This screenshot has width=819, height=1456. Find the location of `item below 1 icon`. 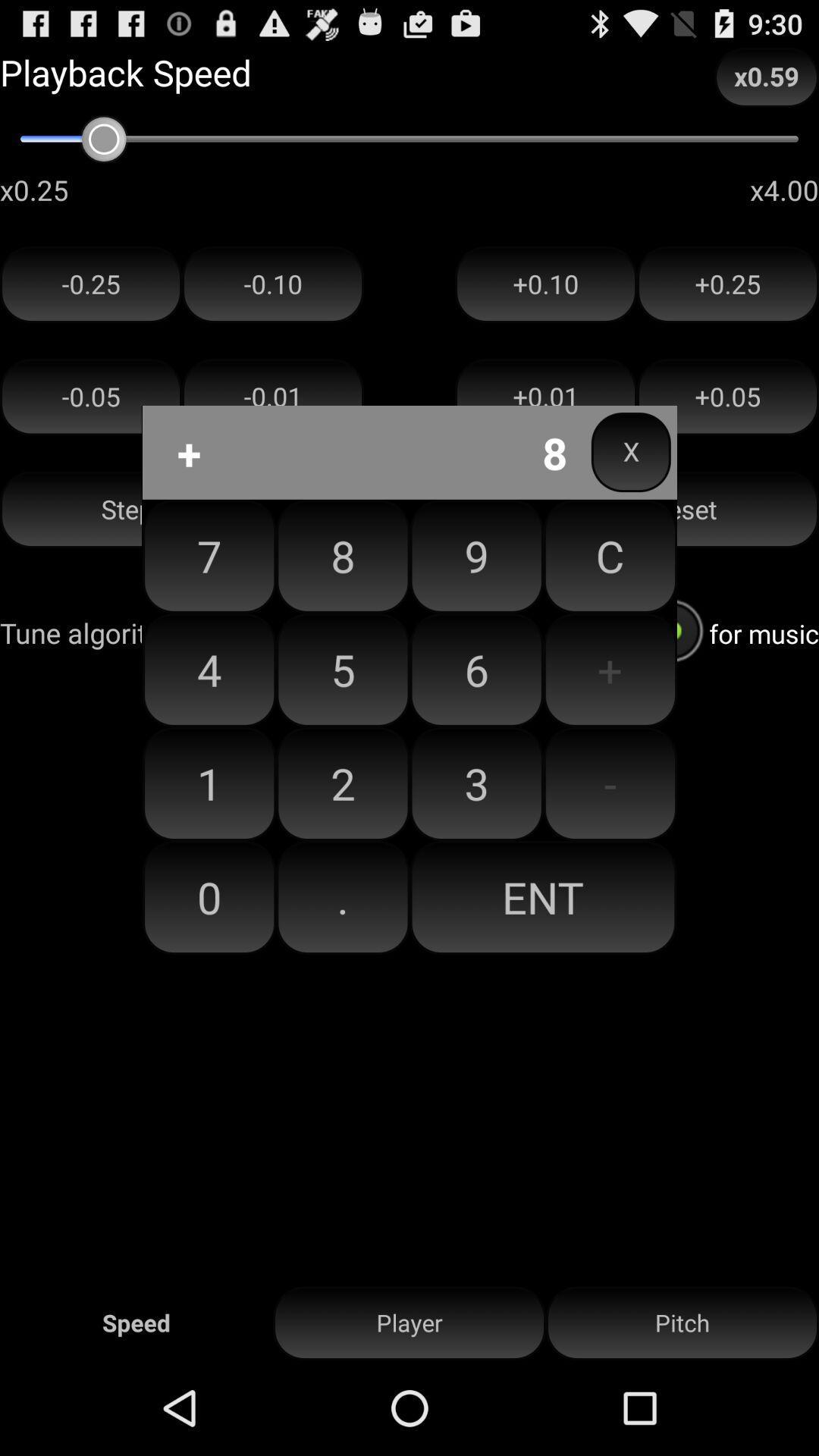

item below 1 icon is located at coordinates (209, 897).